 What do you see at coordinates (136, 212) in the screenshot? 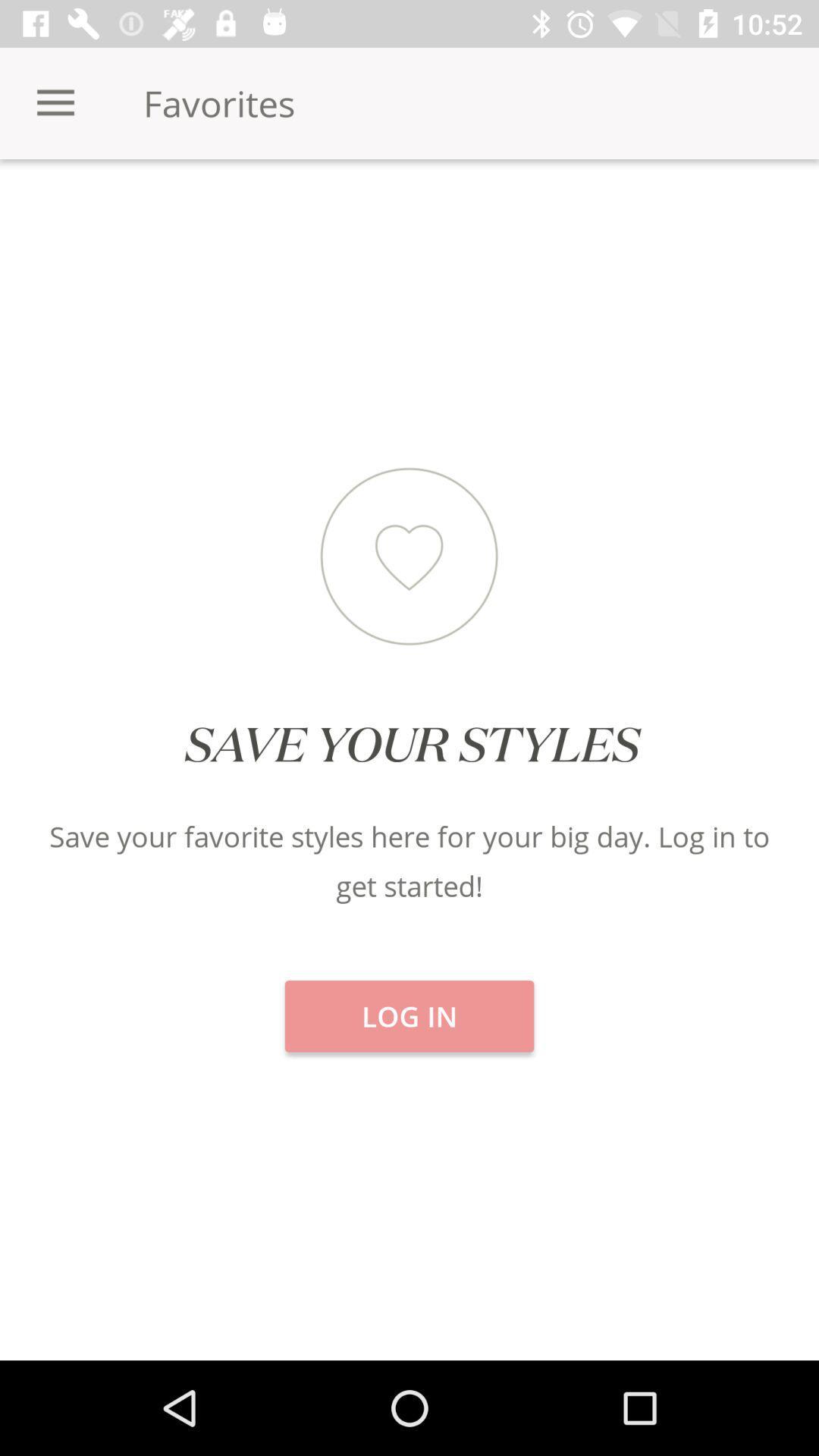
I see `icon above hello item` at bounding box center [136, 212].